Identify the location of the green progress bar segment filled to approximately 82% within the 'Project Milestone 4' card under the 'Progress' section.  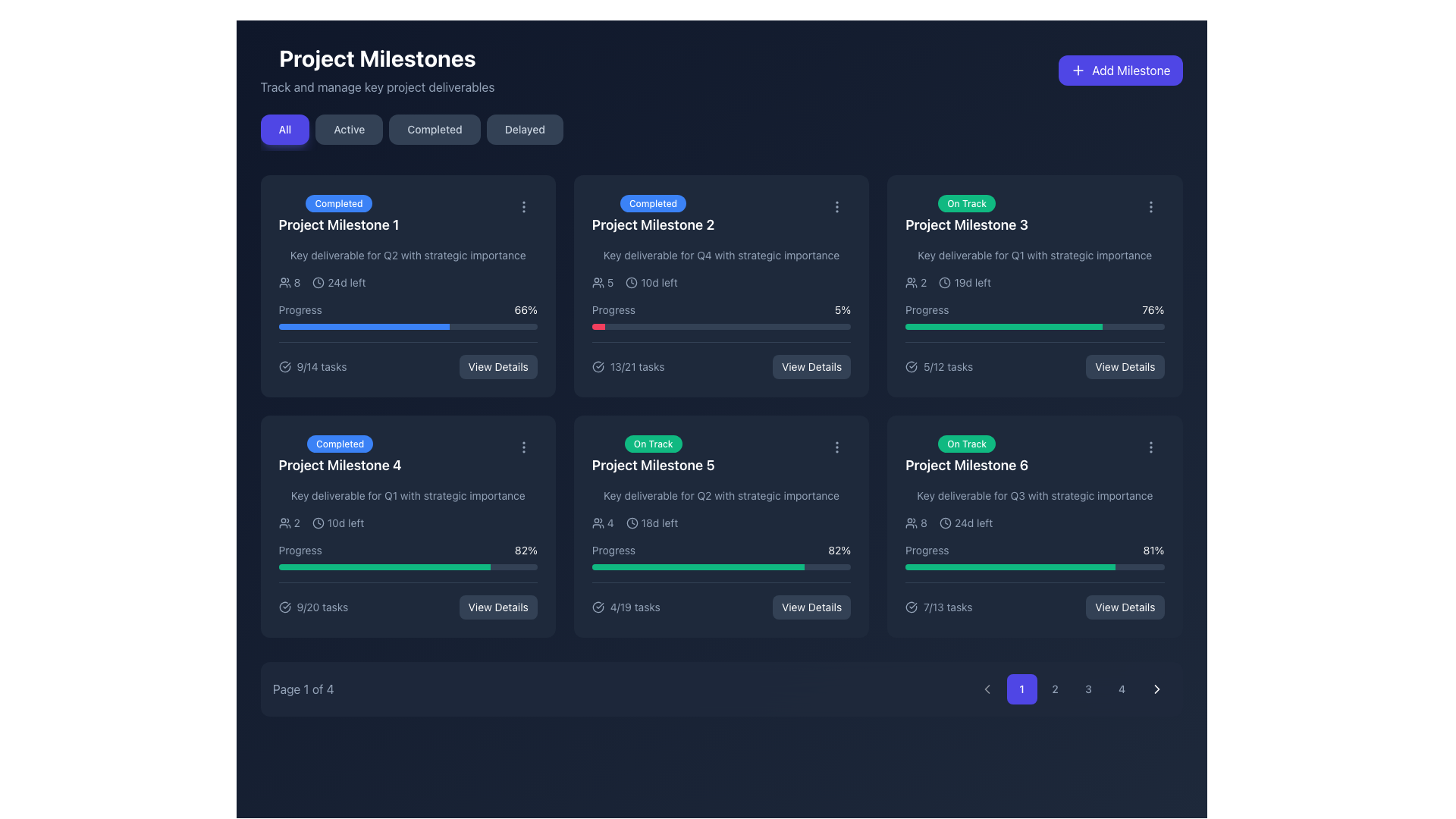
(384, 567).